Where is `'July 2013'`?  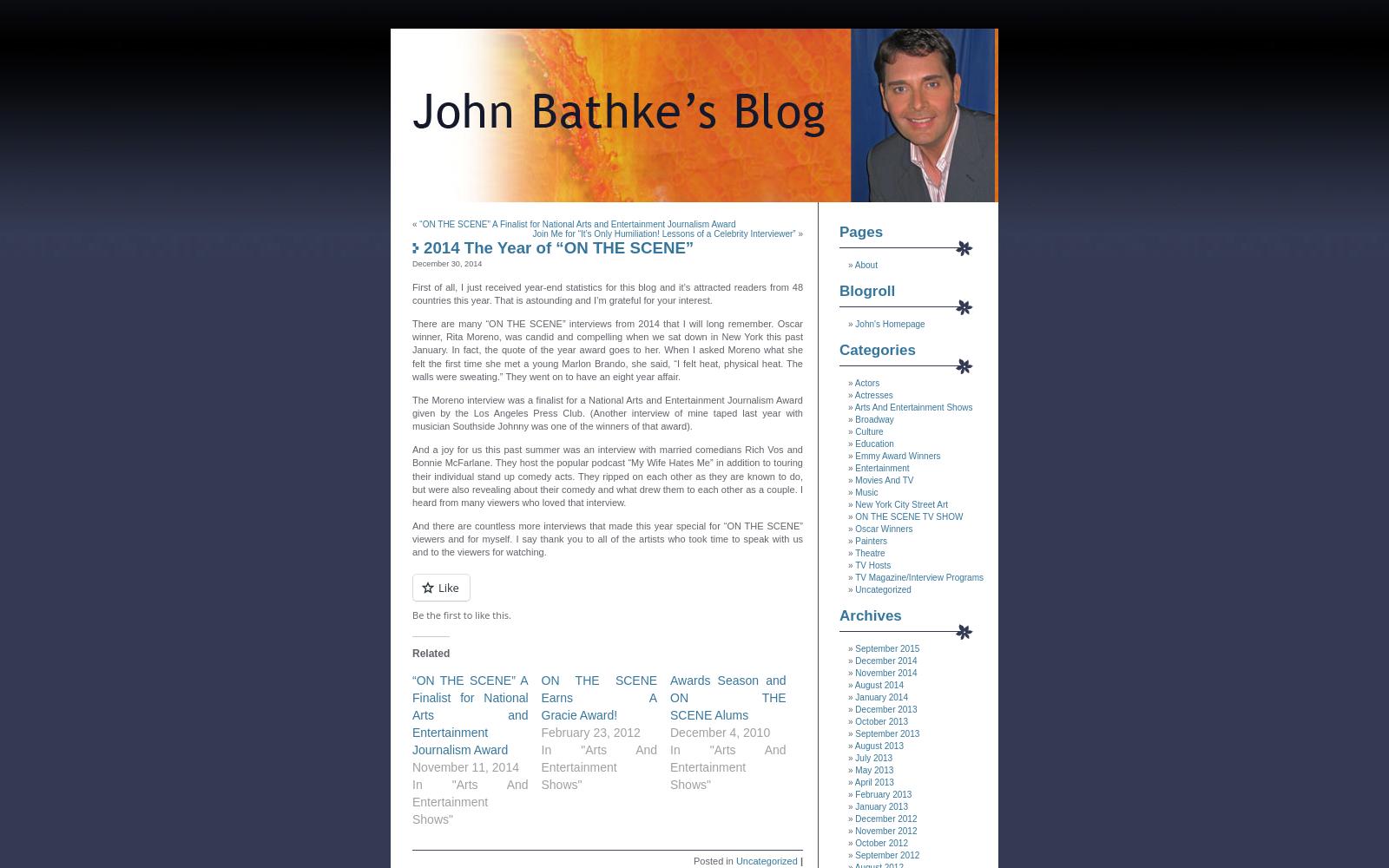
'July 2013' is located at coordinates (873, 757).